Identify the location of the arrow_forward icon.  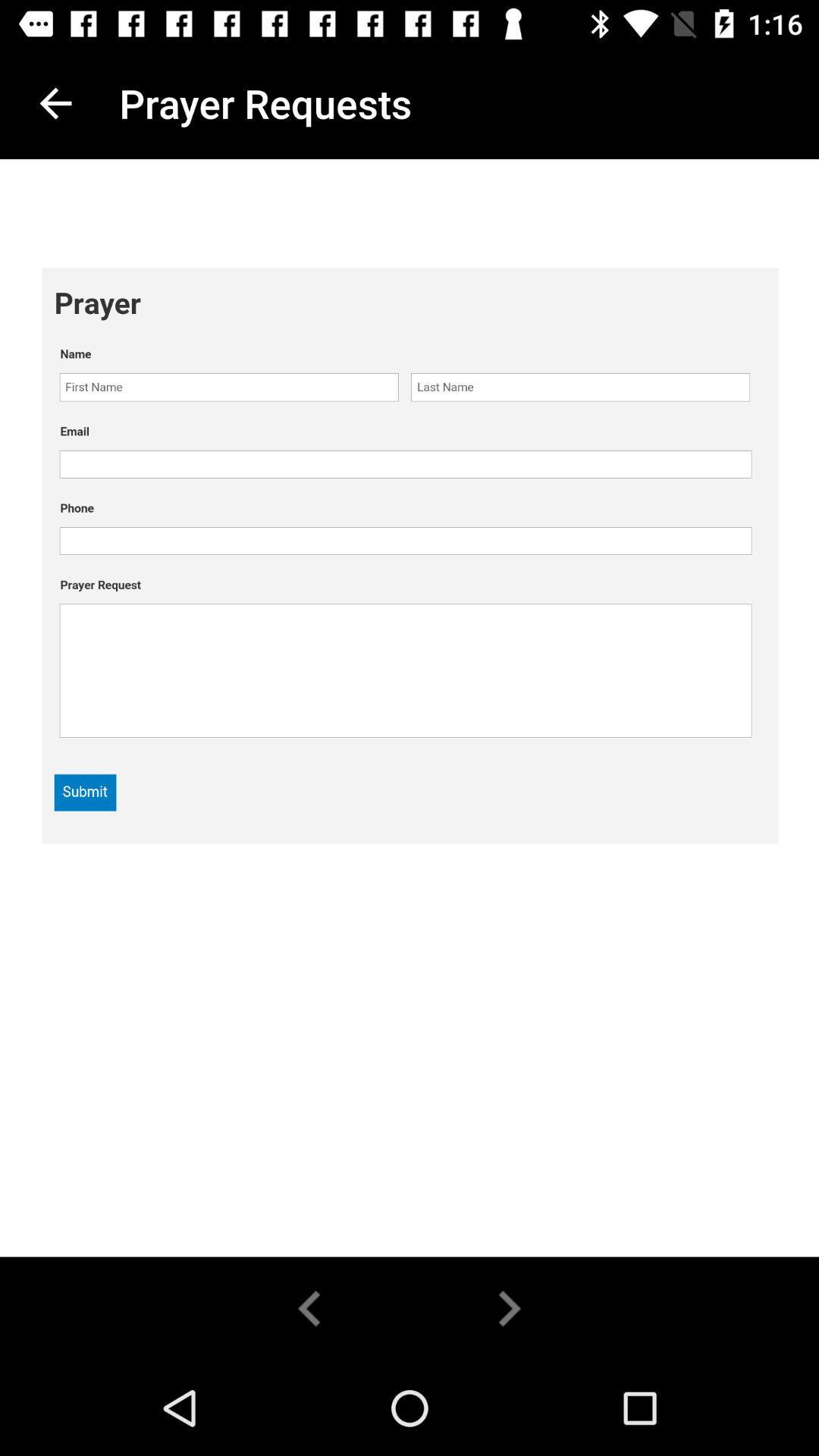
(509, 1307).